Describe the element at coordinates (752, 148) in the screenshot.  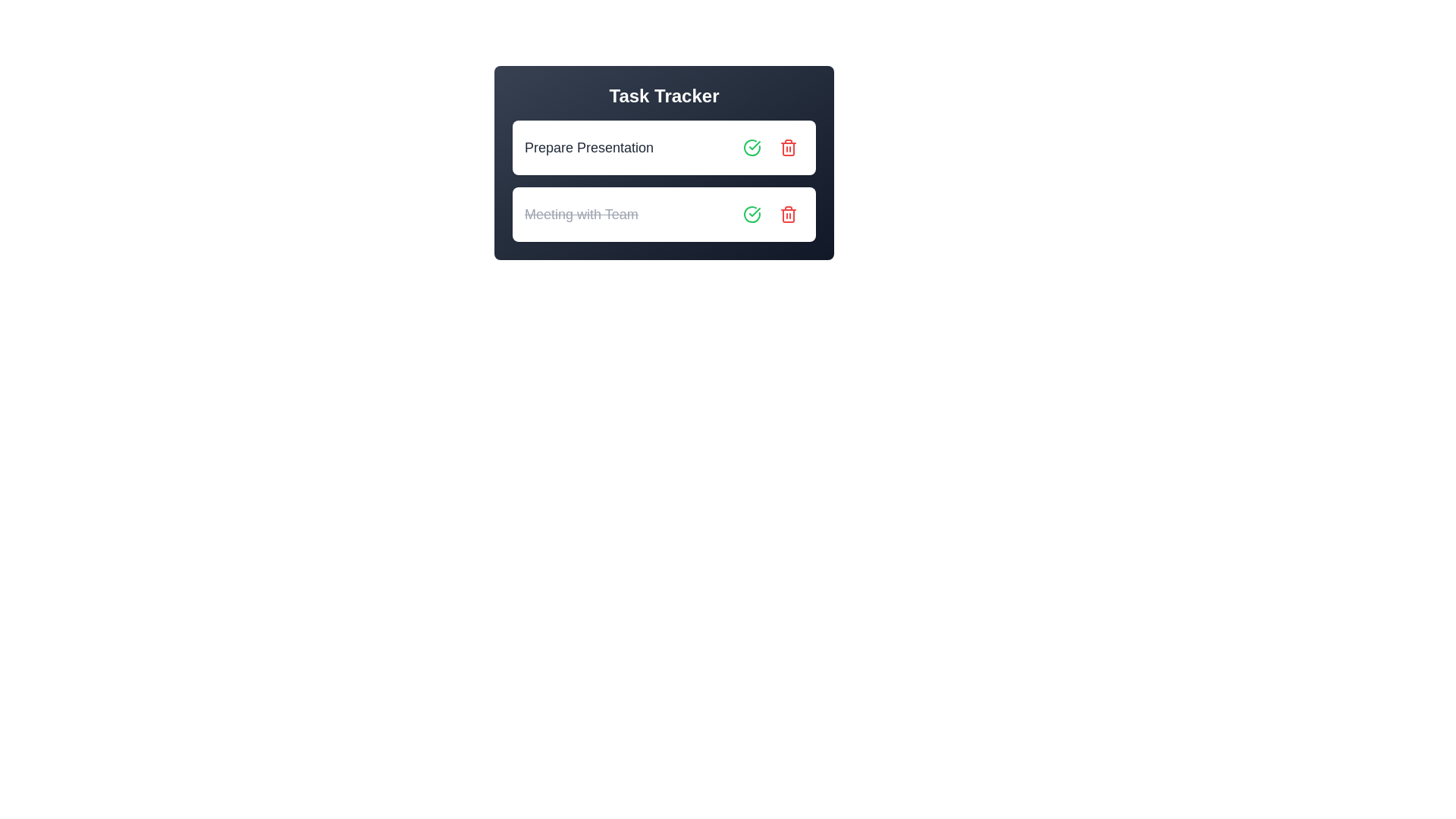
I see `tab navigation` at that location.